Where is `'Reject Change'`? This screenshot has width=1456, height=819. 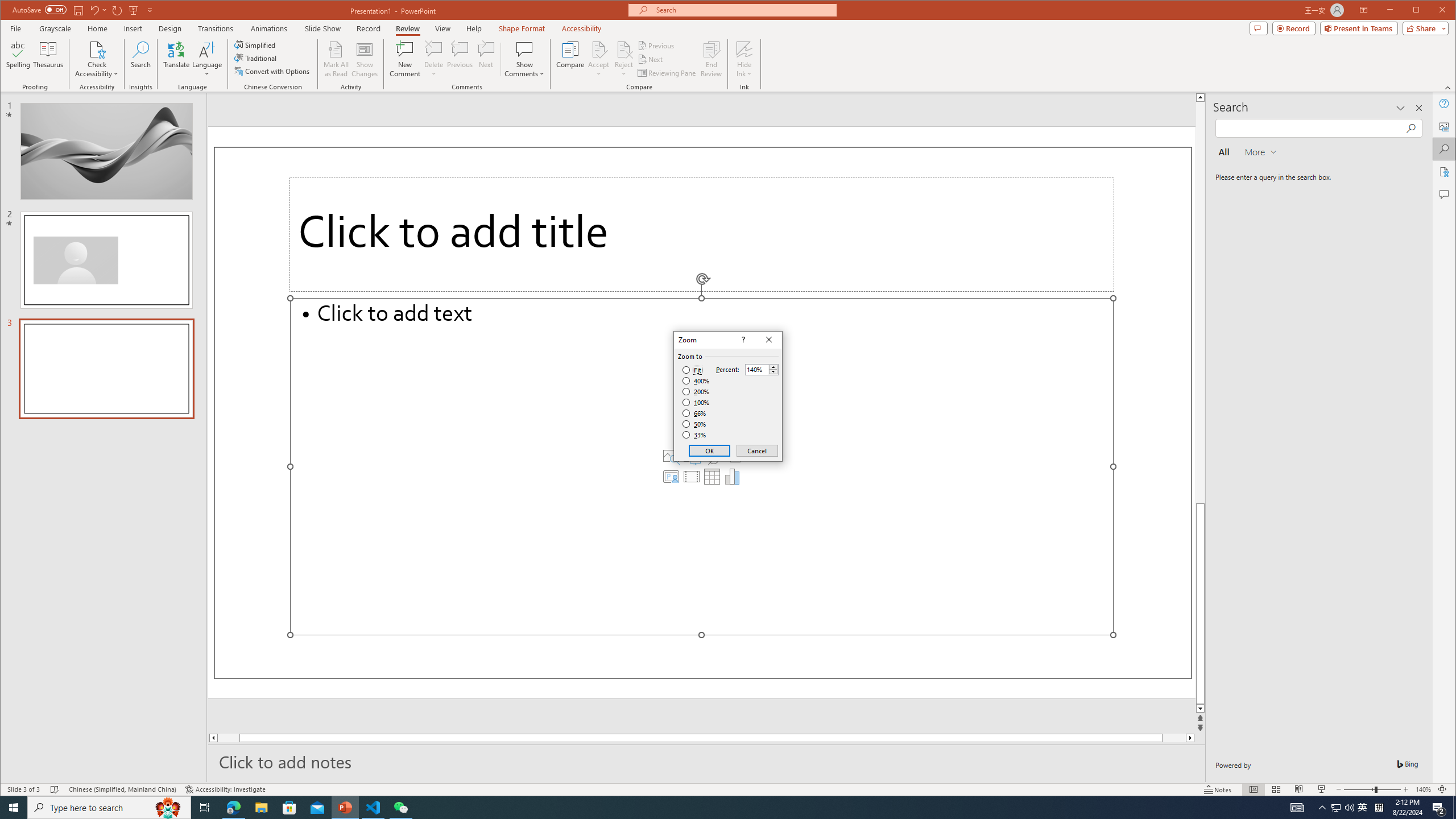
'Reject Change' is located at coordinates (623, 48).